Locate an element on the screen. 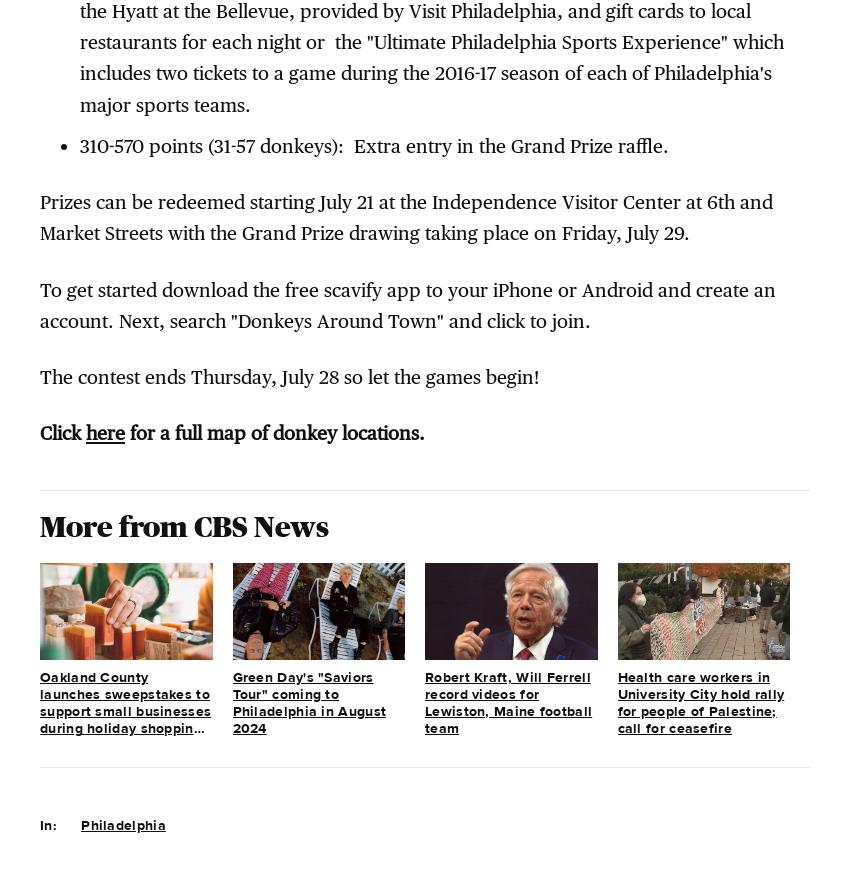  'for a full map of donkey locations.' is located at coordinates (124, 431).